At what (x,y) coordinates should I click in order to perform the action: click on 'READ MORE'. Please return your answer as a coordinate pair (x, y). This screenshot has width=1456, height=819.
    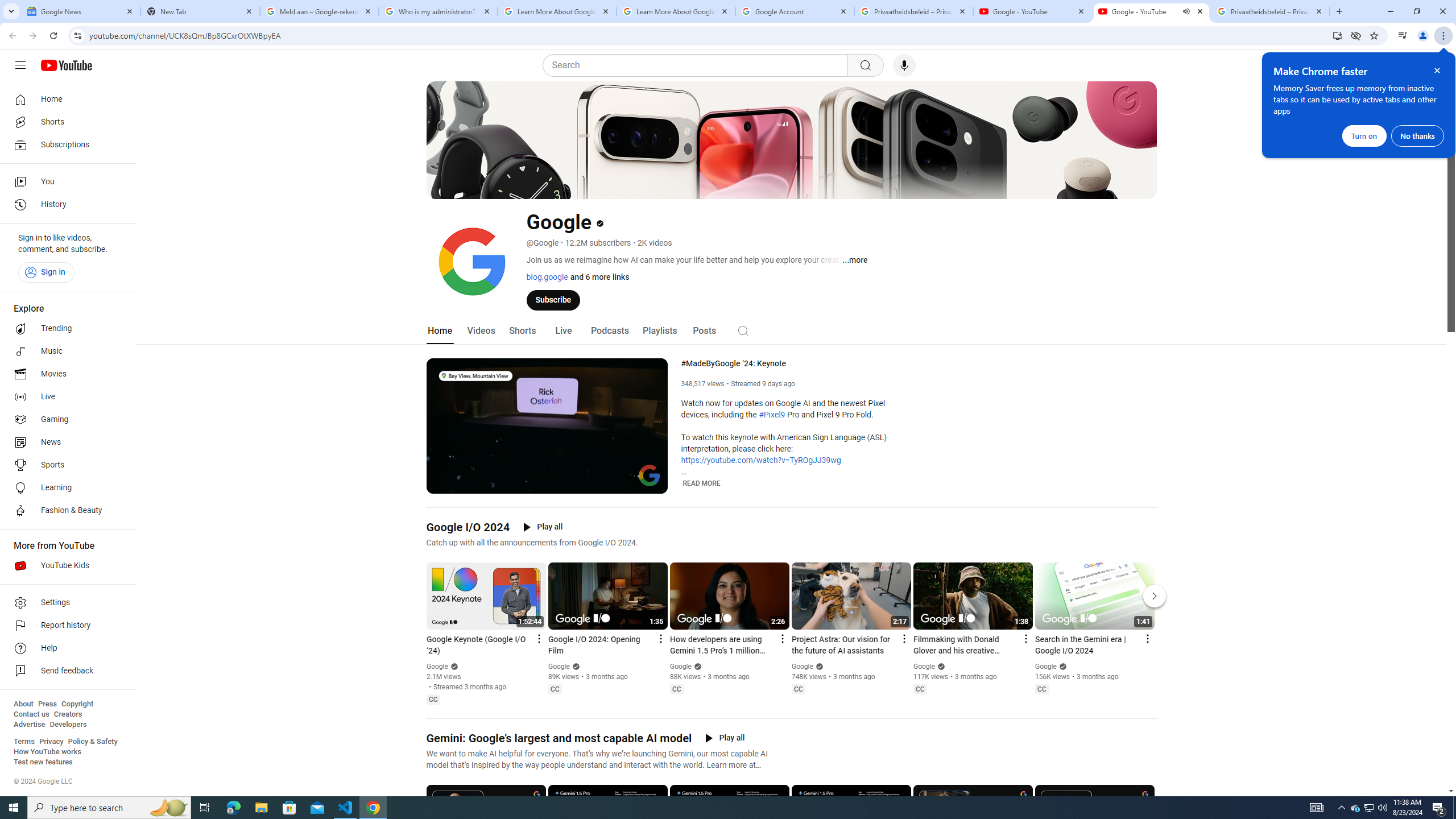
    Looking at the image, I should click on (701, 483).